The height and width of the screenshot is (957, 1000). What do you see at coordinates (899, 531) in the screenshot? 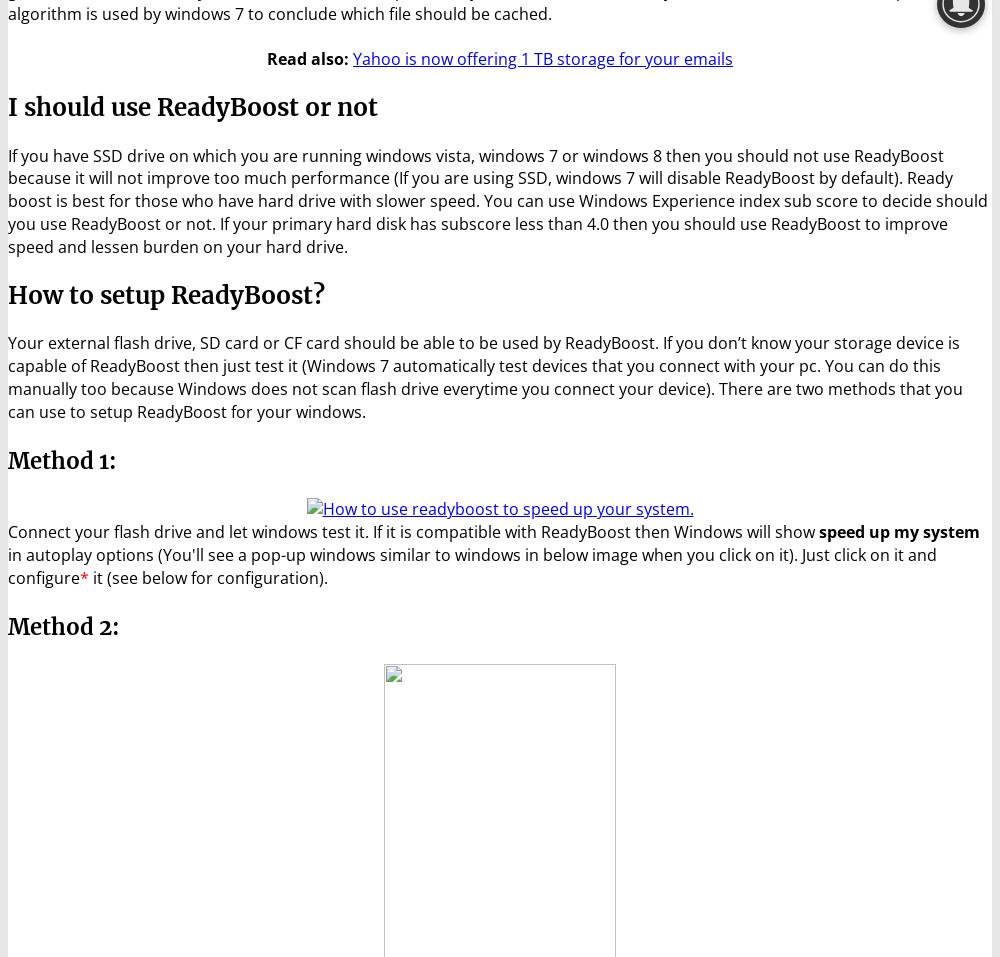
I see `'speed up my system'` at bounding box center [899, 531].